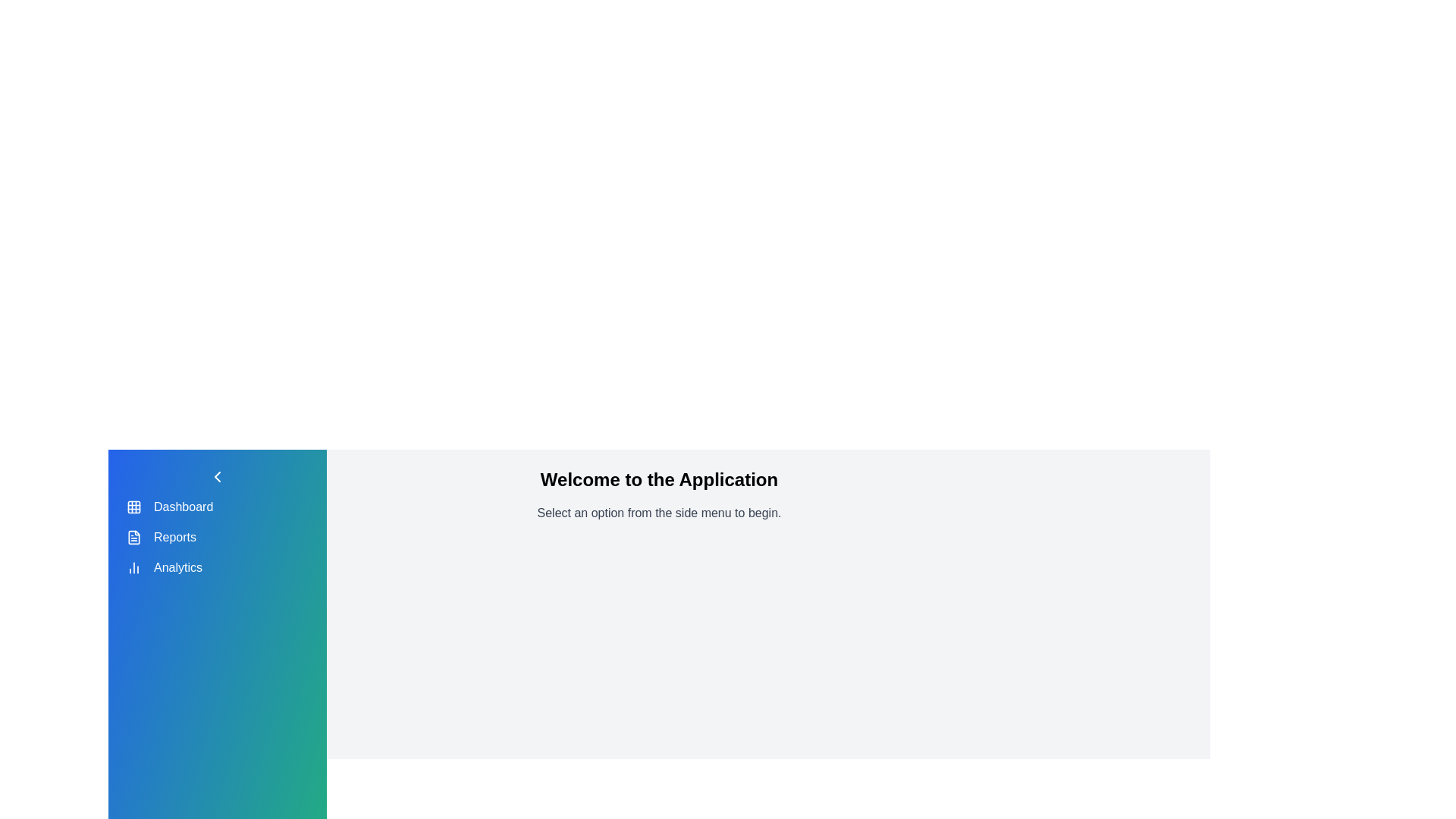 The image size is (1456, 819). Describe the element at coordinates (134, 537) in the screenshot. I see `the sidebar item Reports` at that location.